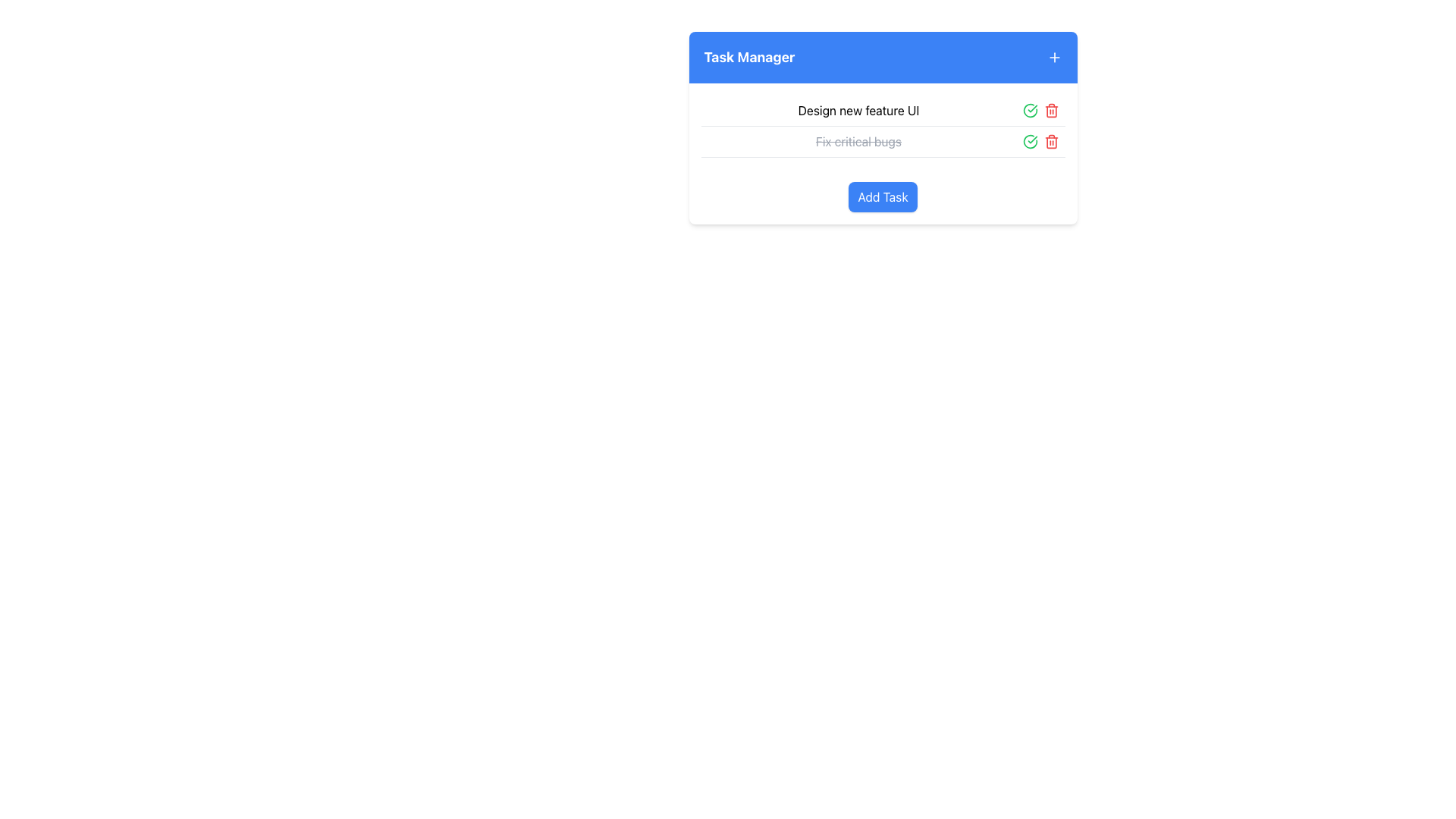 The width and height of the screenshot is (1456, 819). Describe the element at coordinates (1030, 141) in the screenshot. I see `the task completion button located in the second row of the task manager interface` at that location.